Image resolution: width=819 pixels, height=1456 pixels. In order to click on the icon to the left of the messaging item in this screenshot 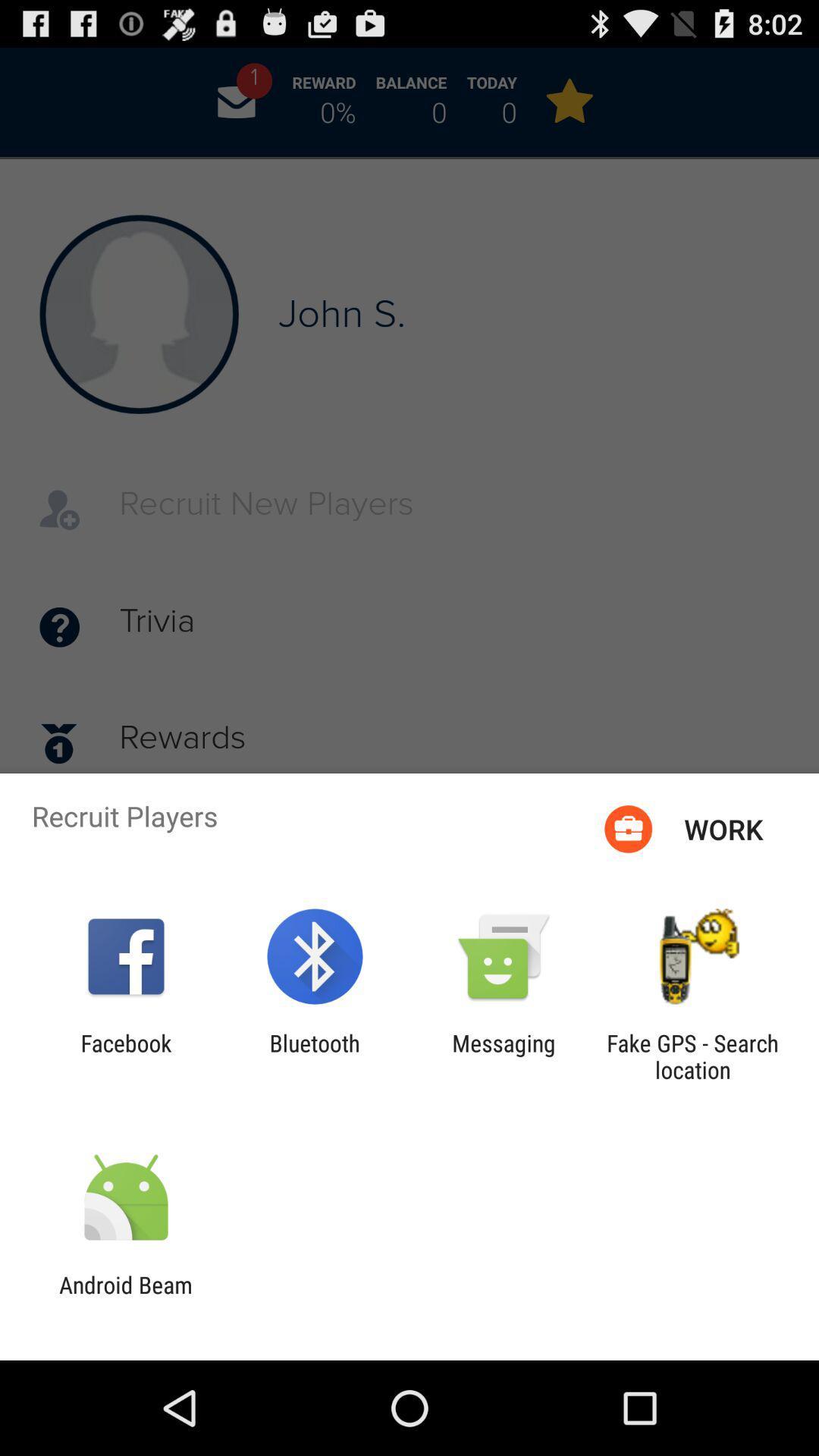, I will do `click(314, 1056)`.